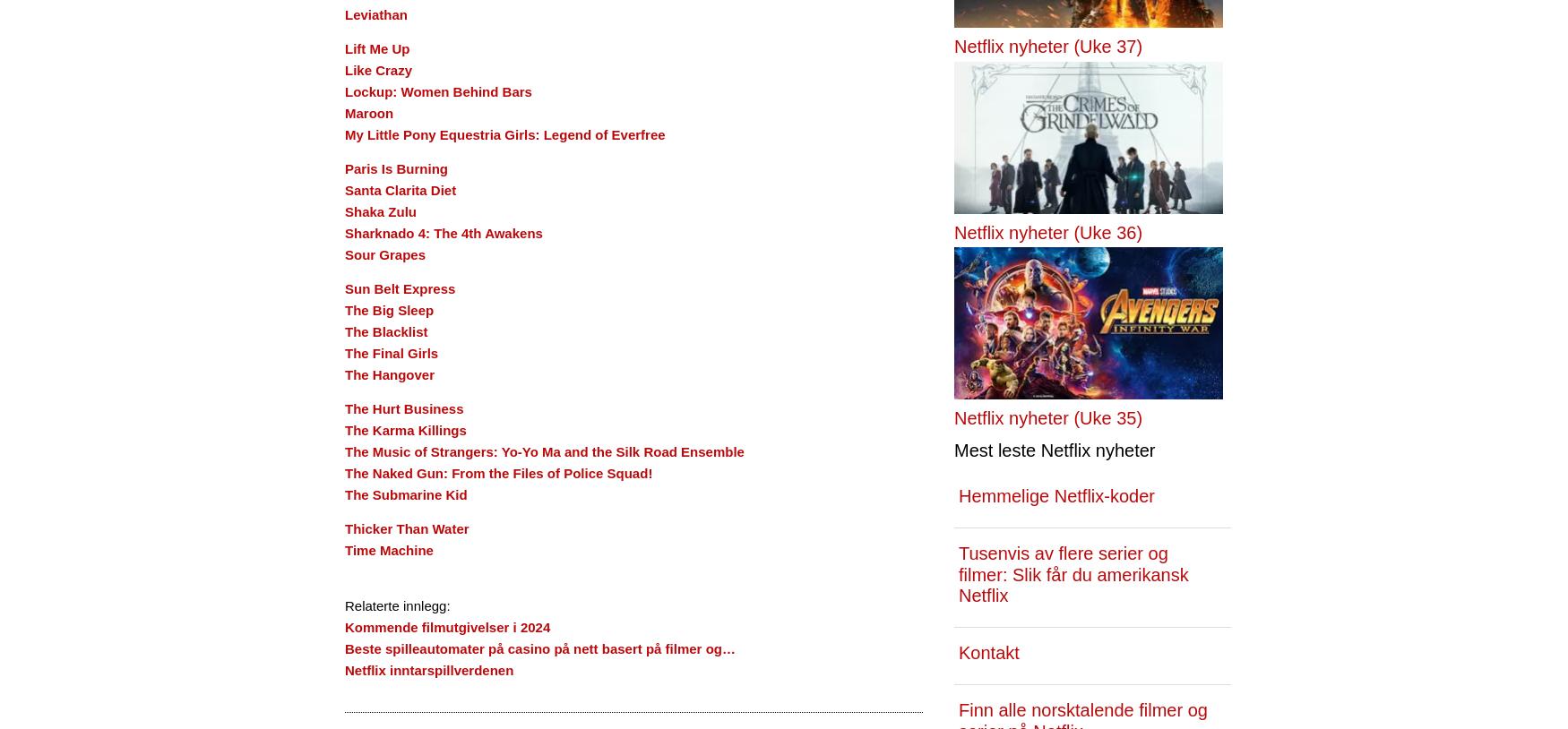  What do you see at coordinates (344, 233) in the screenshot?
I see `'Sharknado 4: The 4th Awakens'` at bounding box center [344, 233].